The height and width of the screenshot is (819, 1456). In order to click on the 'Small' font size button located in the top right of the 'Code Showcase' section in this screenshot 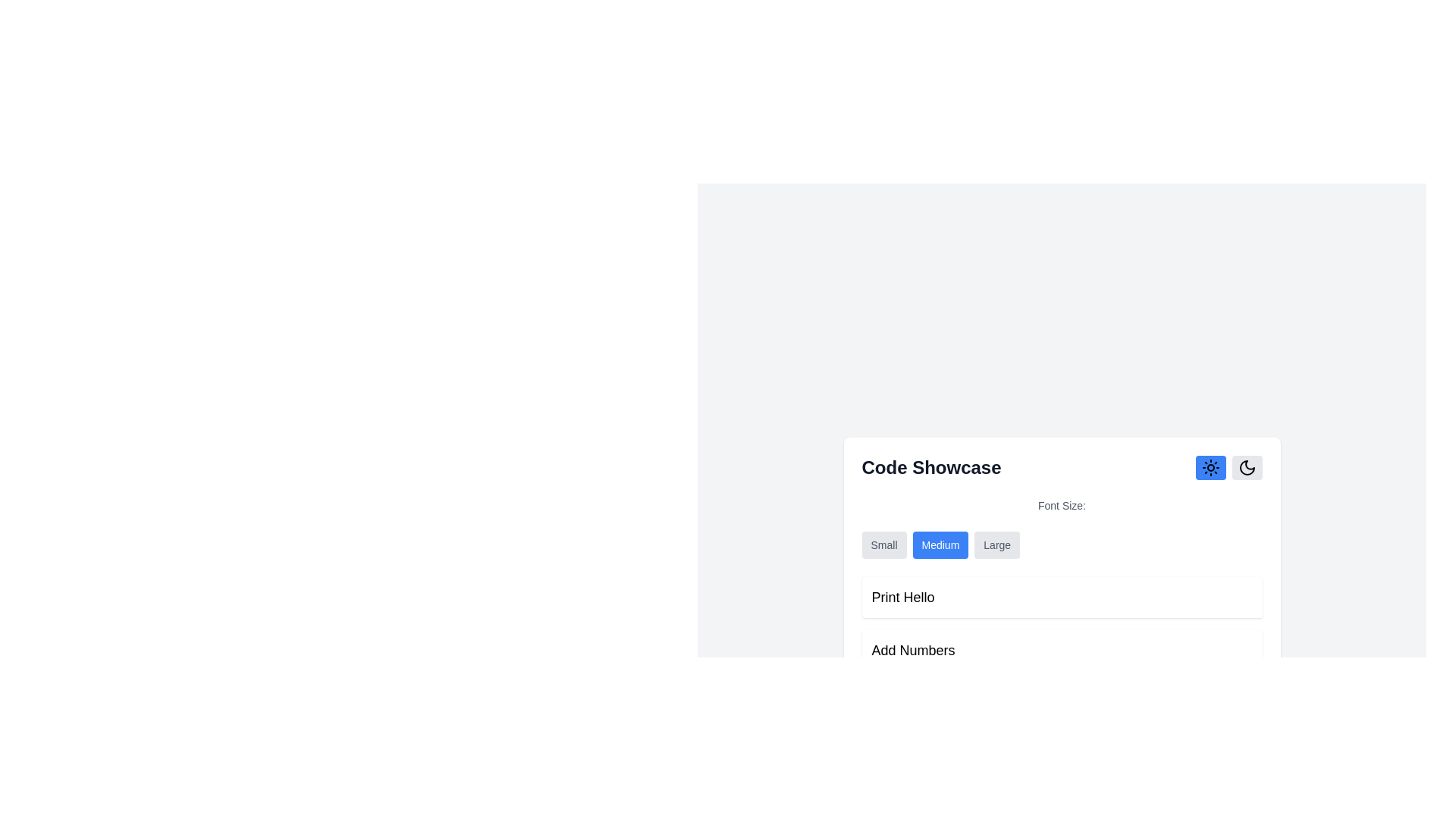, I will do `click(884, 544)`.